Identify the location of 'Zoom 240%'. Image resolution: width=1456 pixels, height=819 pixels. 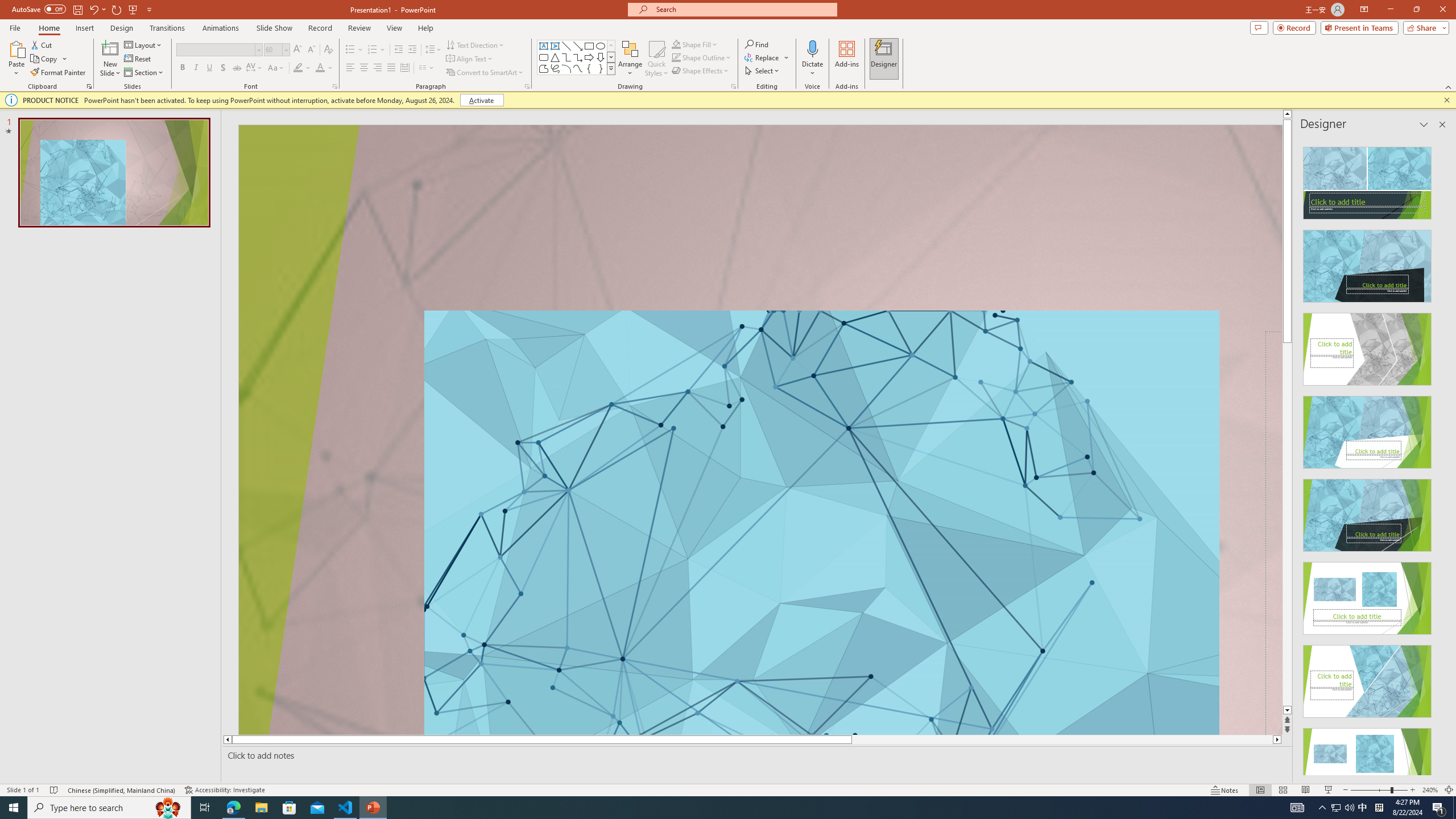
(1430, 790).